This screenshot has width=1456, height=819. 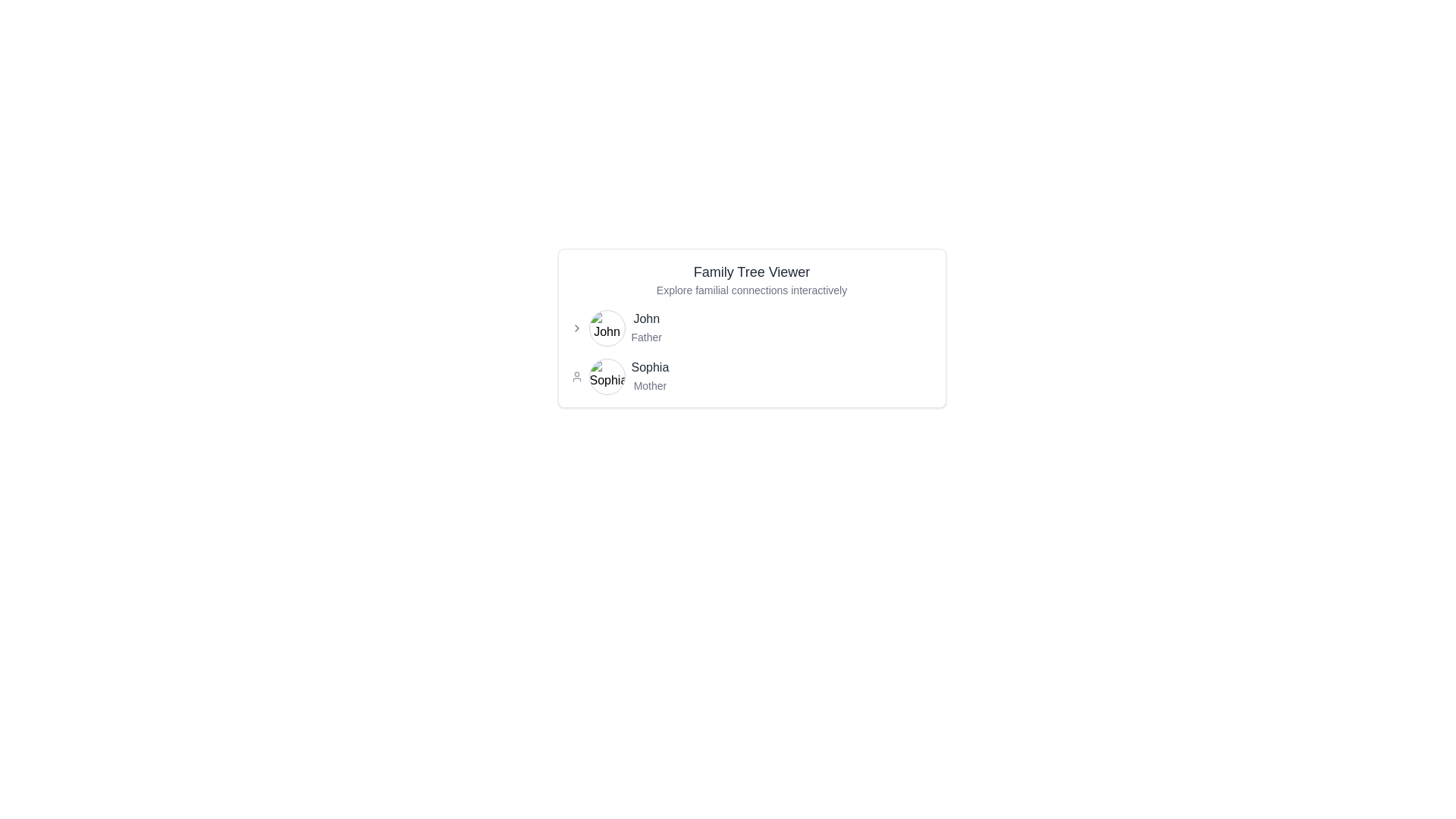 I want to click on the text label representing the name 'John', which identifies the corresponding node in the family tree viewer interface, so click(x=646, y=318).